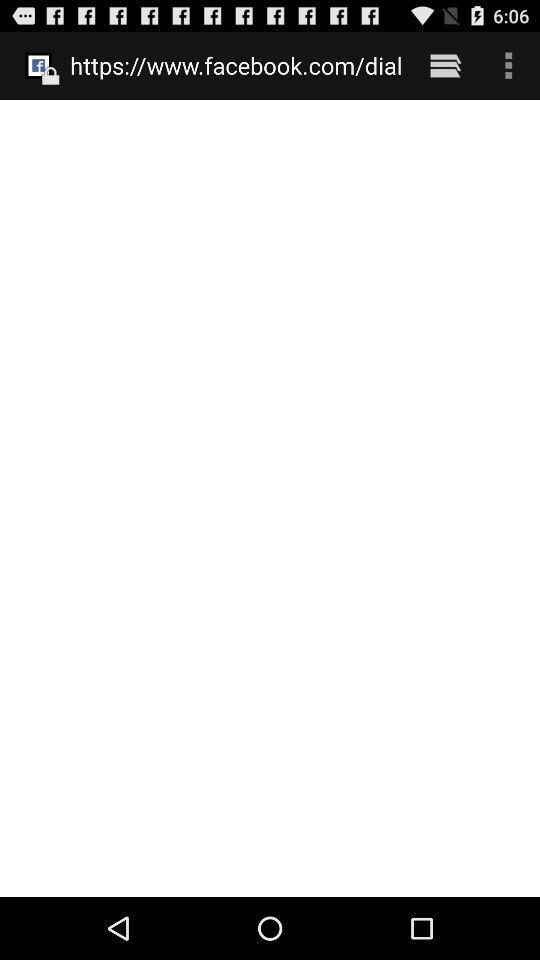  What do you see at coordinates (270, 497) in the screenshot?
I see `the icon below the https www facebook item` at bounding box center [270, 497].